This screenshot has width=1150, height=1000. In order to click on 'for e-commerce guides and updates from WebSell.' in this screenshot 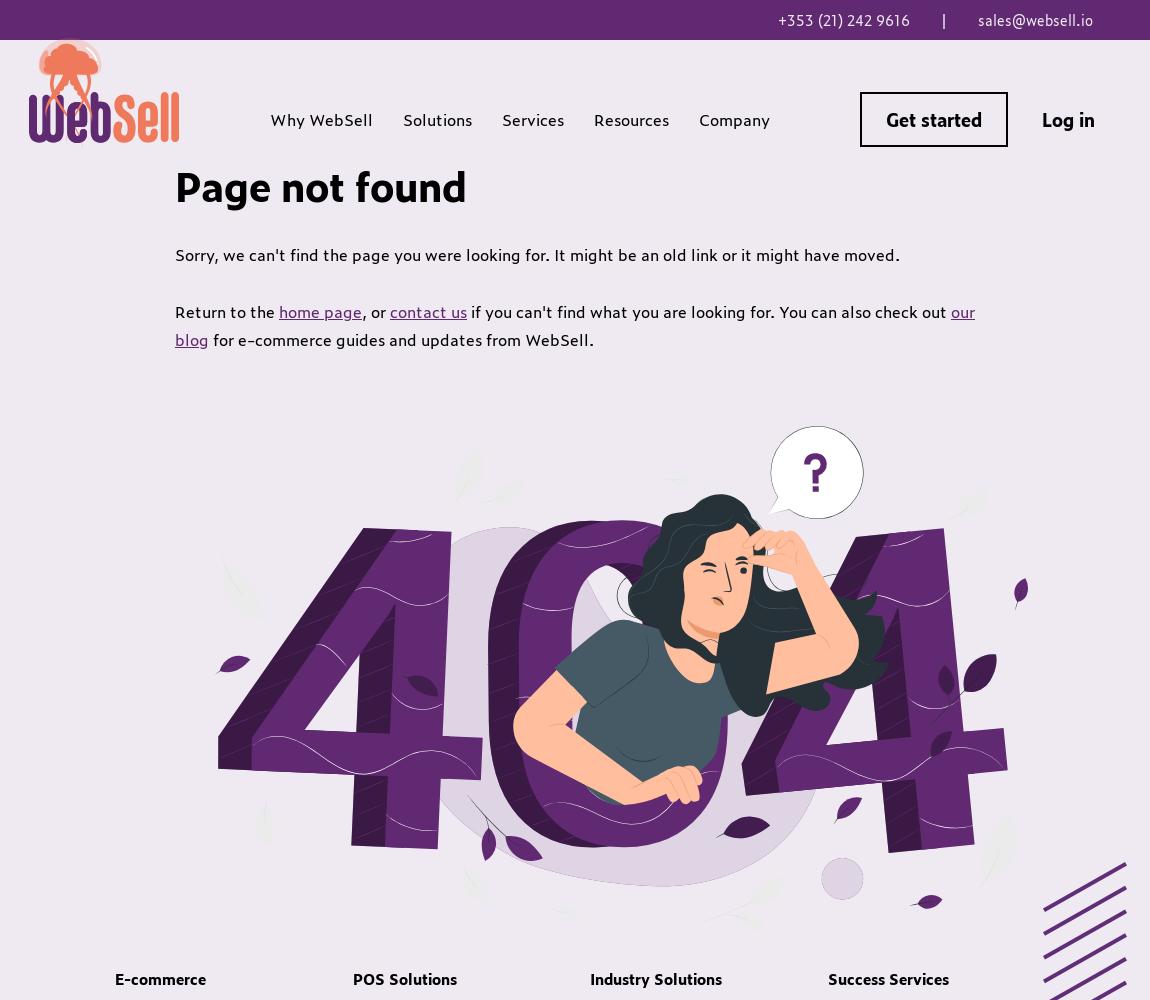, I will do `click(401, 337)`.